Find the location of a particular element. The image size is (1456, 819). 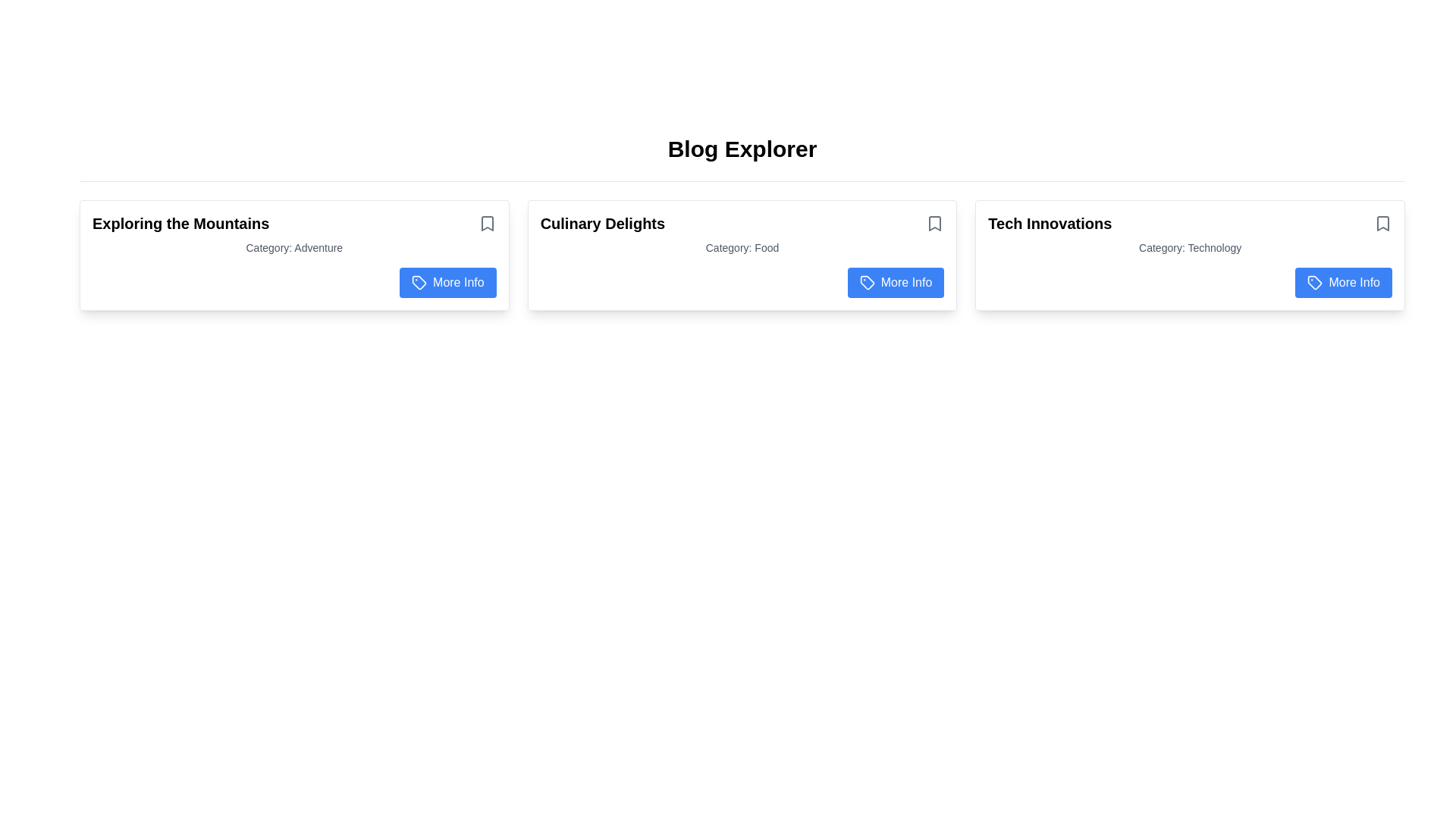

the 'More Info' button located at the bottom right of the 'Exploring the Mountains' card, which has a vivid blue background and white text is located at coordinates (447, 283).